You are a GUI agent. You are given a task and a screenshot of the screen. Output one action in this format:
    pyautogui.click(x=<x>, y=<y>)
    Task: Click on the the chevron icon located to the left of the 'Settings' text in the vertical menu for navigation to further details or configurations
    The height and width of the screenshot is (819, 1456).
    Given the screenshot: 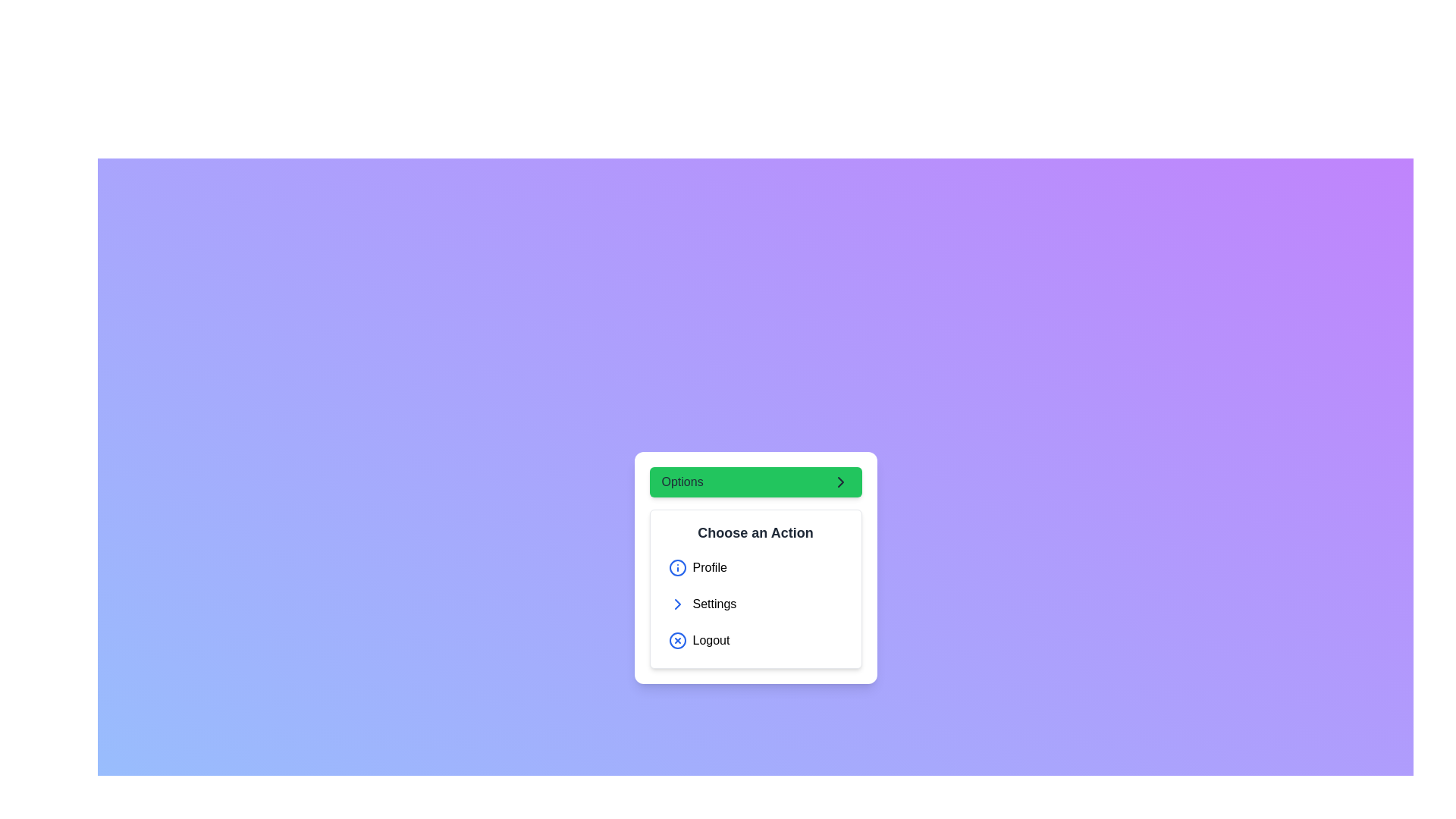 What is the action you would take?
    pyautogui.click(x=676, y=604)
    